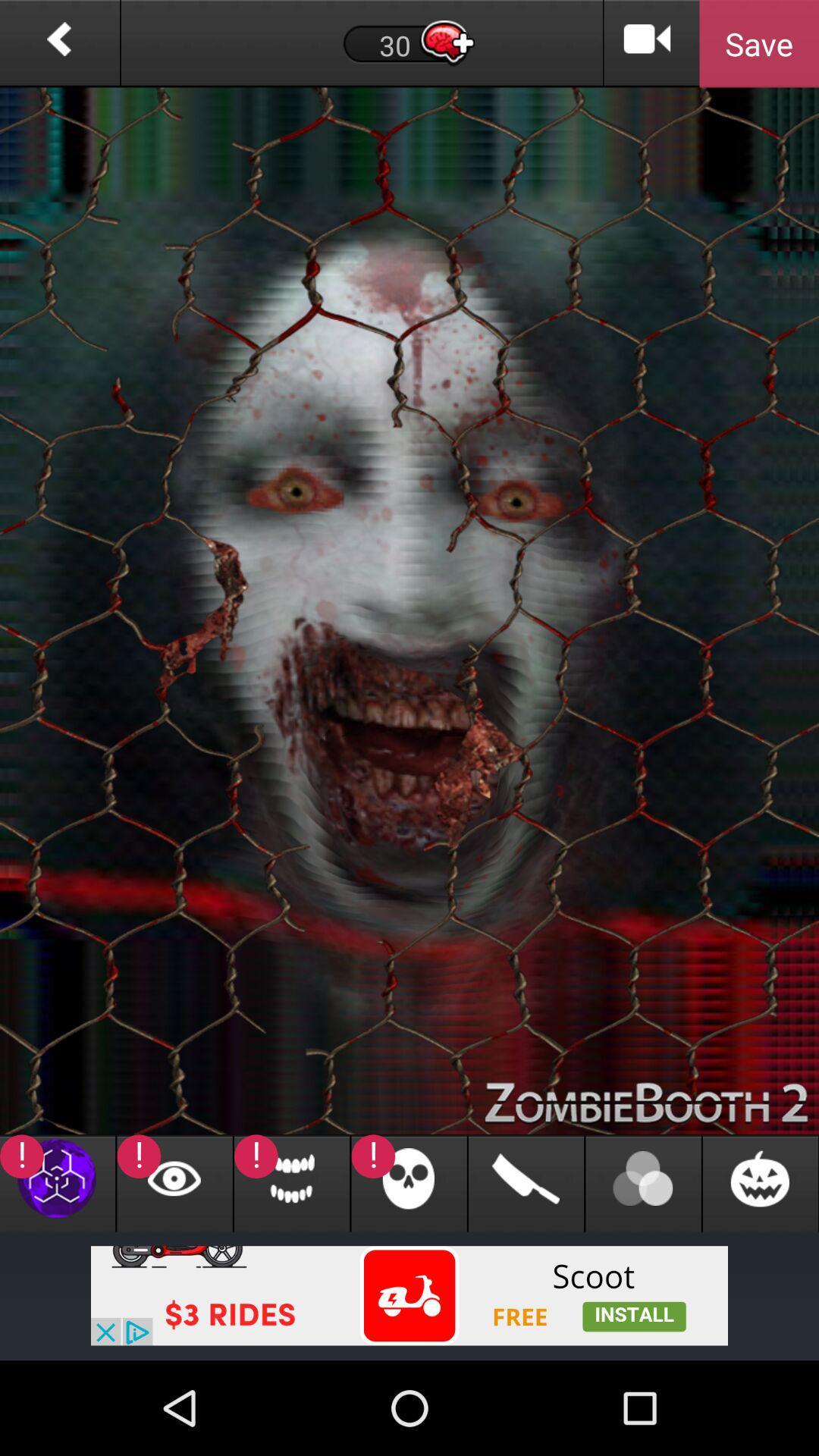  Describe the element at coordinates (174, 1182) in the screenshot. I see `blink option` at that location.